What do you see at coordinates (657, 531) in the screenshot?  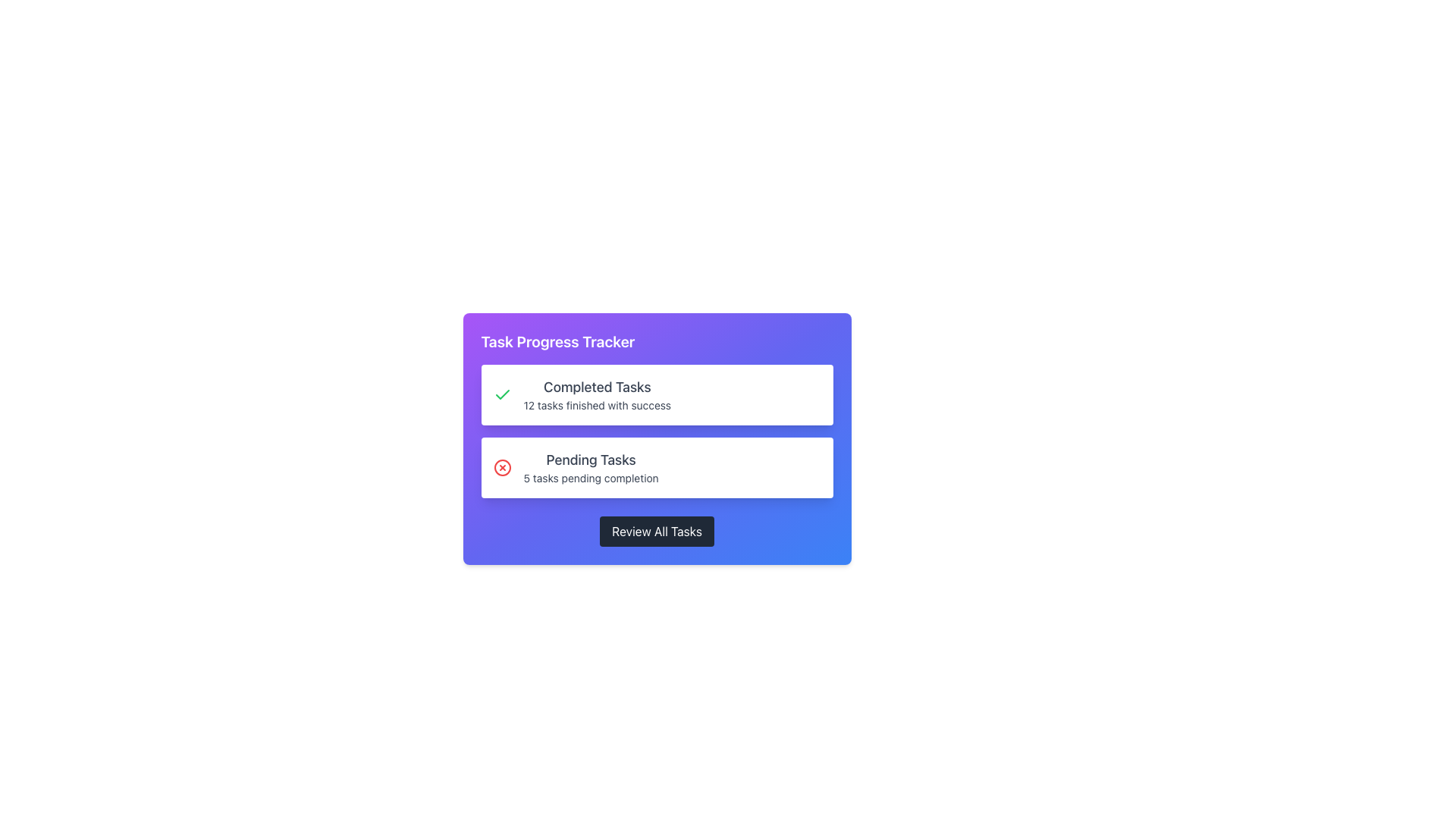 I see `the button that serves as a call-to-action to review tasks, located at the bottom of the 'Task Progress Tracker' panel` at bounding box center [657, 531].